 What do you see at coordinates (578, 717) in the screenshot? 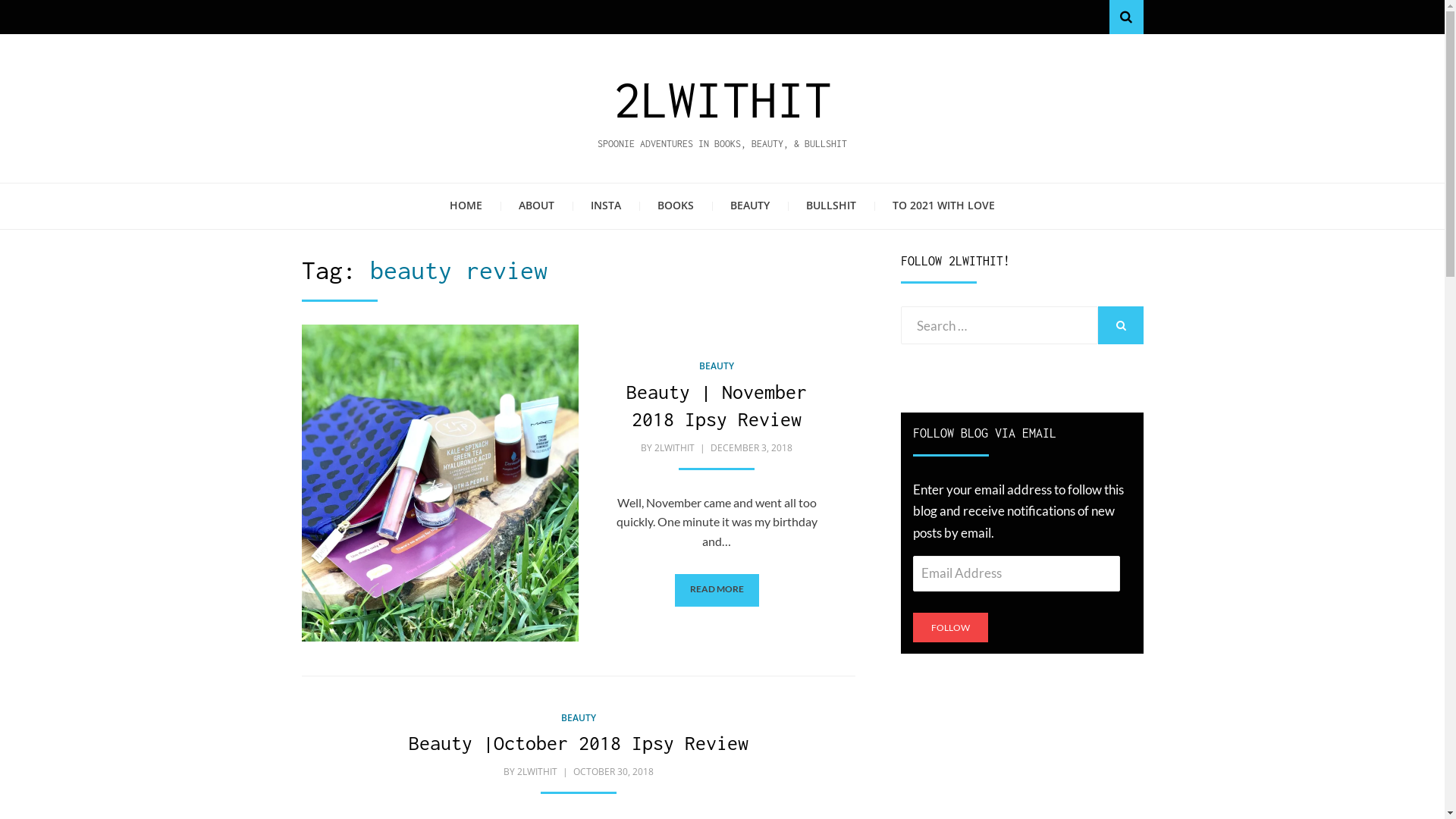
I see `'BEAUTY'` at bounding box center [578, 717].